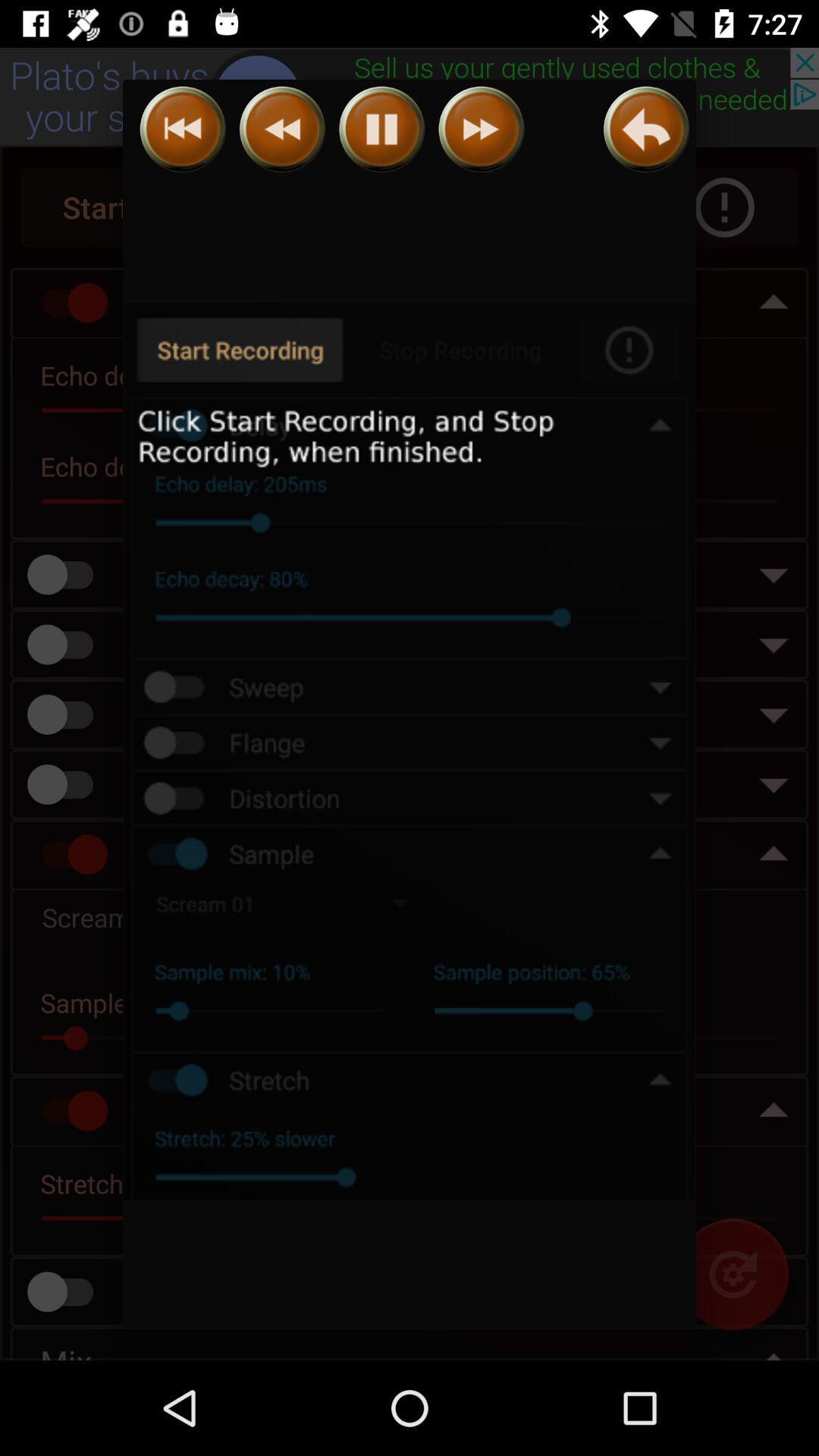 This screenshot has width=819, height=1456. I want to click on go back, so click(646, 129).